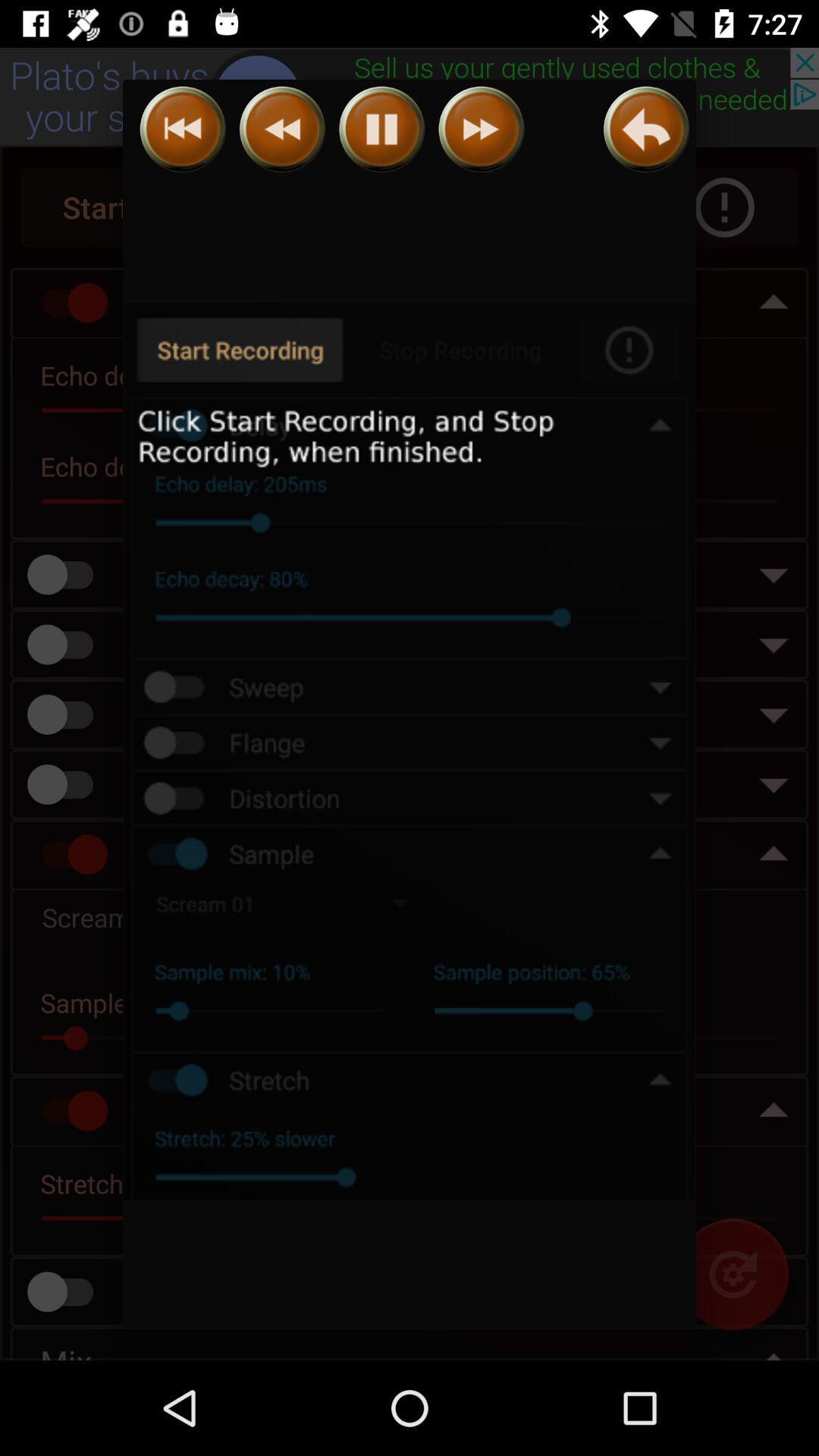 This screenshot has width=819, height=1456. I want to click on go back, so click(646, 129).